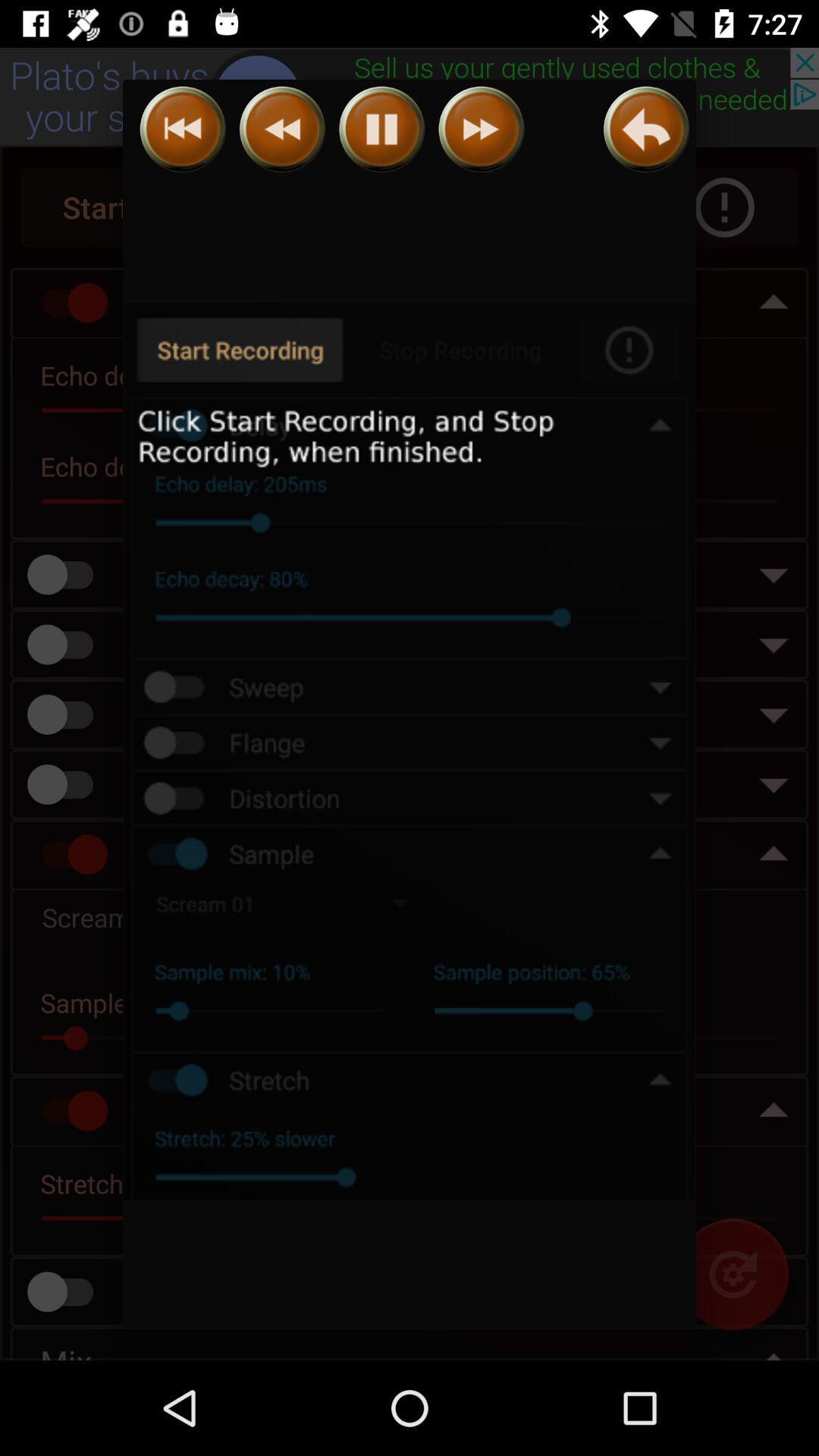 This screenshot has width=819, height=1456. I want to click on go back, so click(646, 129).